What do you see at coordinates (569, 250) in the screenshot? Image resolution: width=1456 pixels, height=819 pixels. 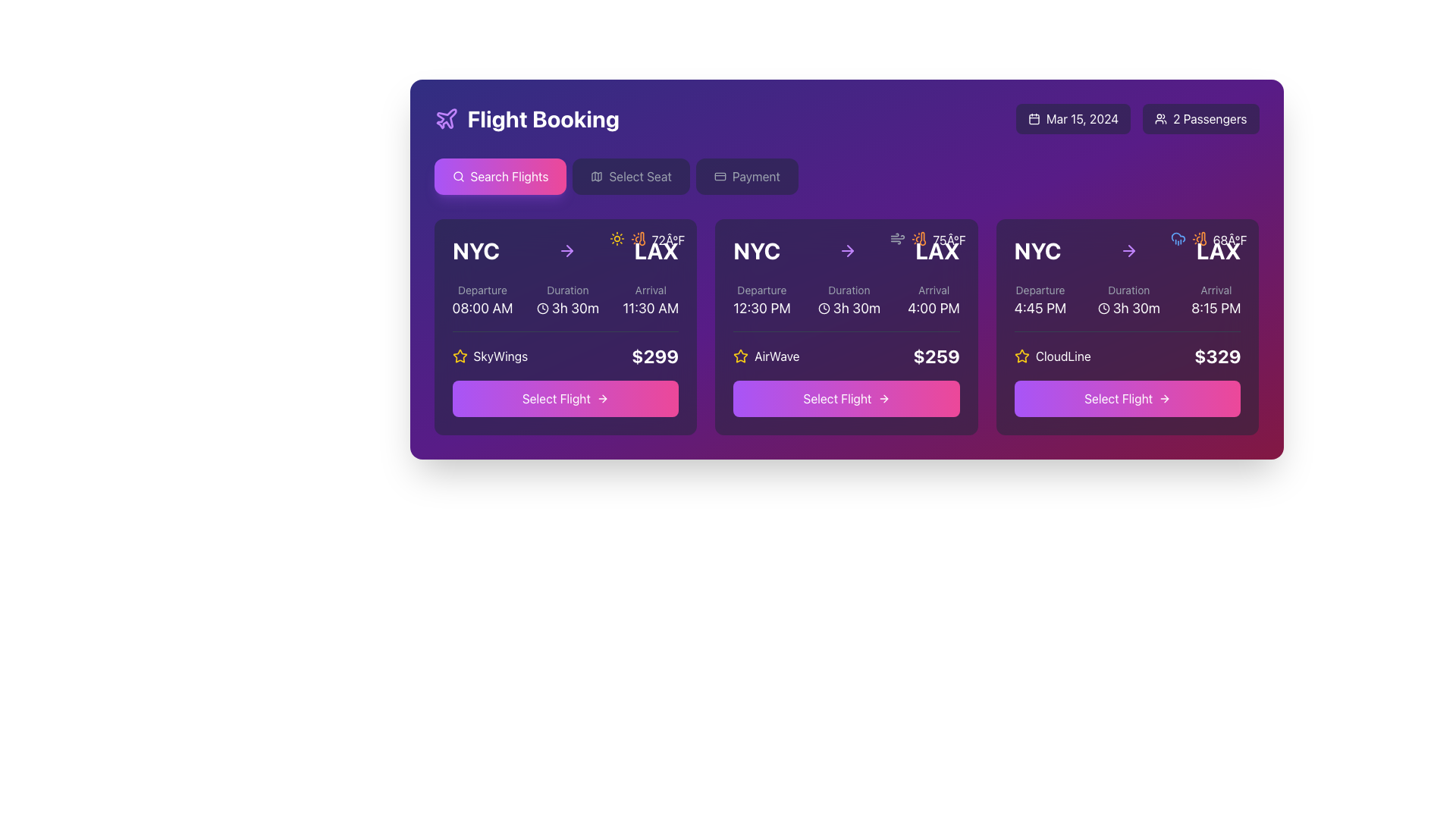 I see `the directional visual indicator icon located between the 'NYC' origin label and the 'LAX' destination label in the second flight information card` at bounding box center [569, 250].